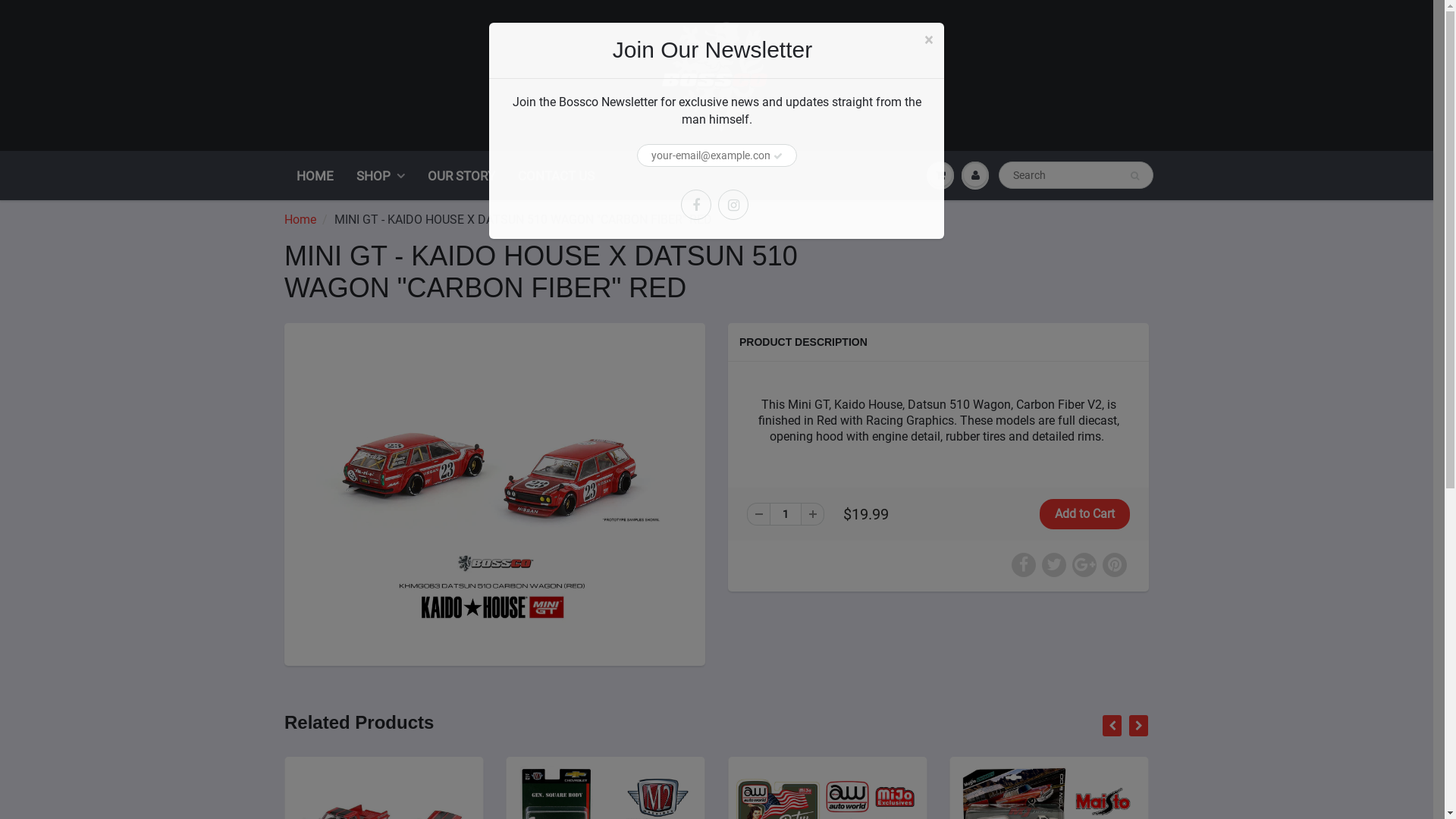  Describe the element at coordinates (460, 174) in the screenshot. I see `'OUR STORY'` at that location.